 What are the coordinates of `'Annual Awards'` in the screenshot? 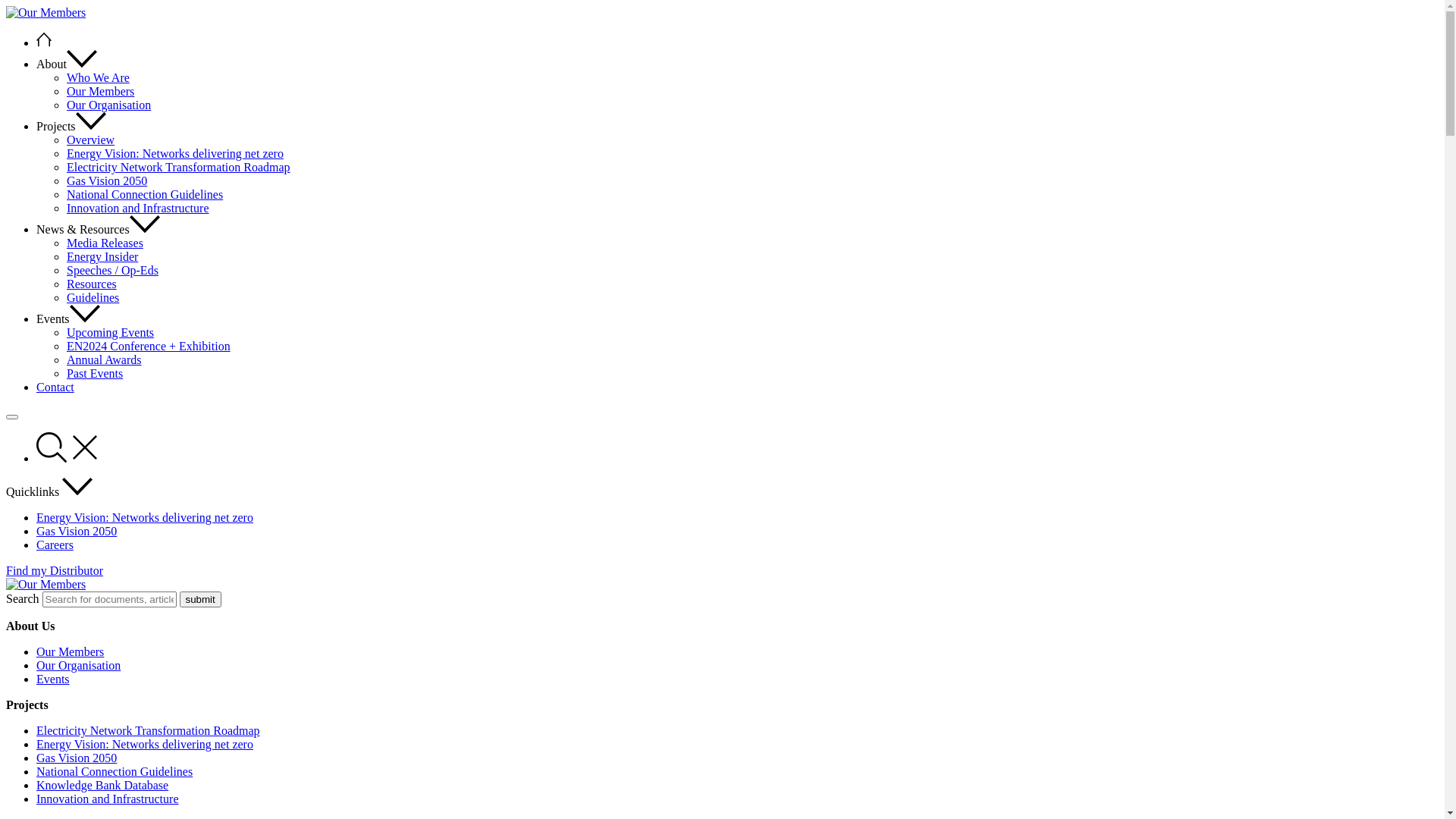 It's located at (103, 359).